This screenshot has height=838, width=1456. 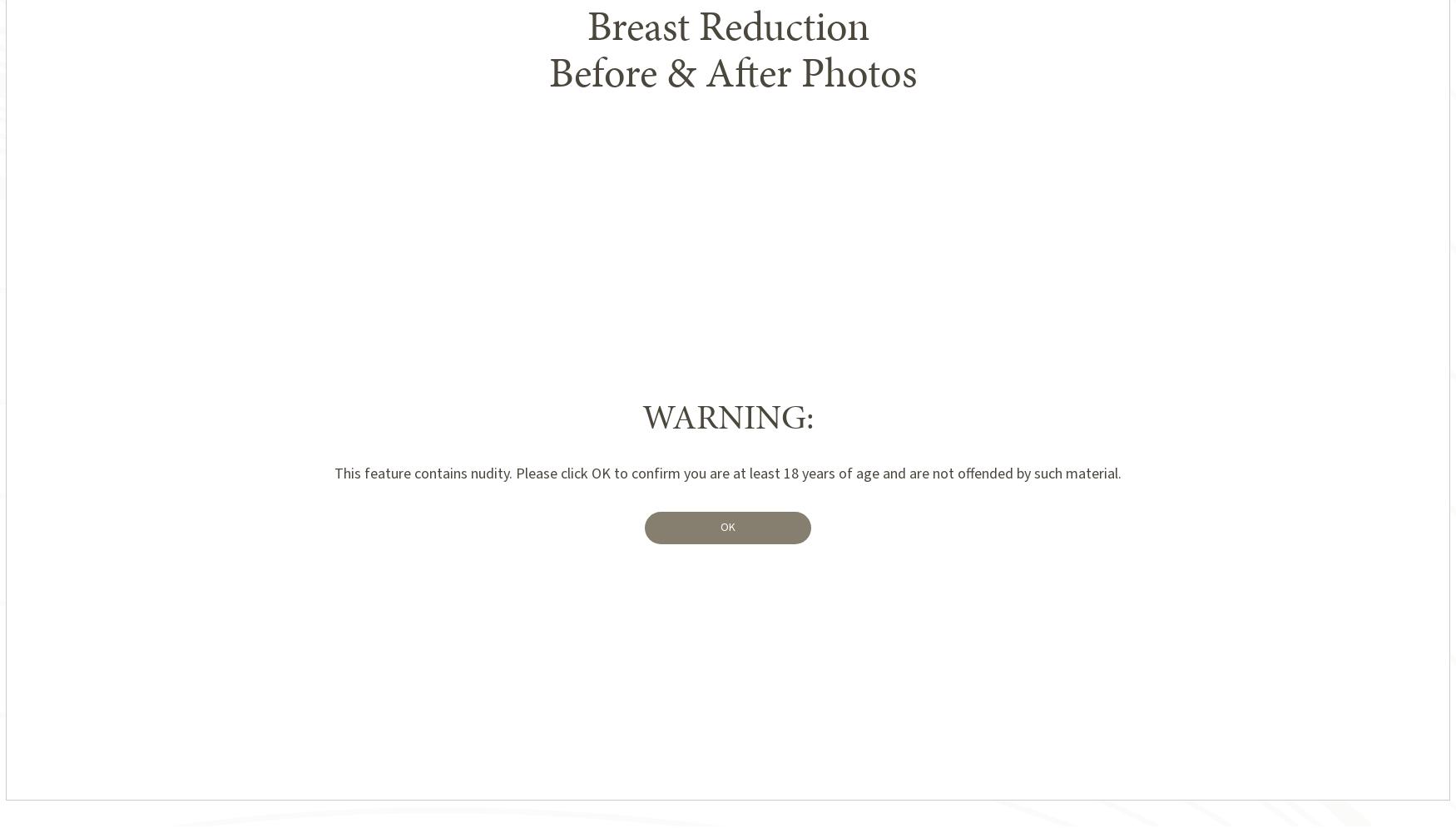 I want to click on '1', so click(x=731, y=684).